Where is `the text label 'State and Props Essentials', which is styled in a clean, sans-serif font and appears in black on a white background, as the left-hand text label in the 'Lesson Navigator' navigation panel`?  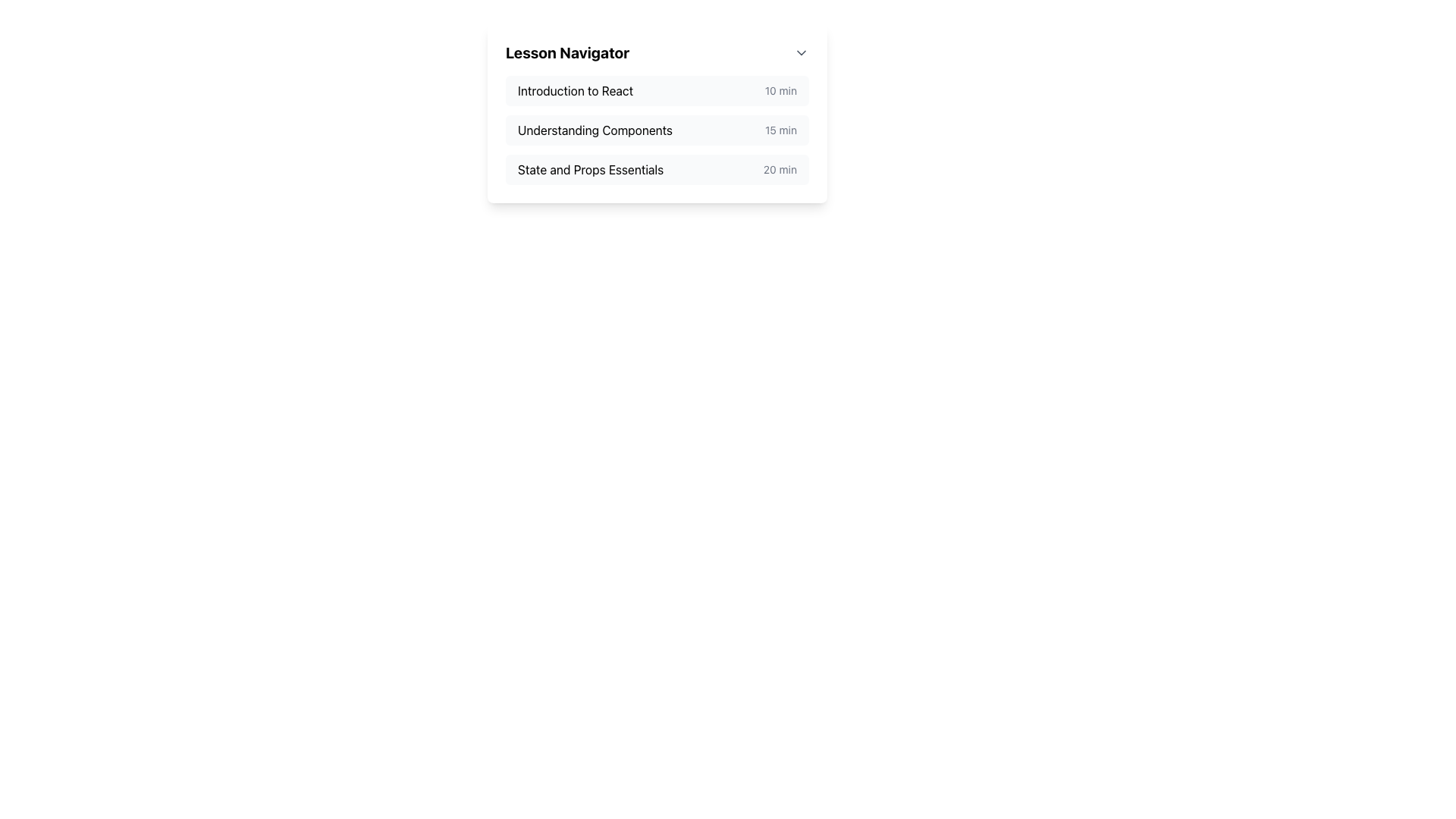 the text label 'State and Props Essentials', which is styled in a clean, sans-serif font and appears in black on a white background, as the left-hand text label in the 'Lesson Navigator' navigation panel is located at coordinates (590, 169).